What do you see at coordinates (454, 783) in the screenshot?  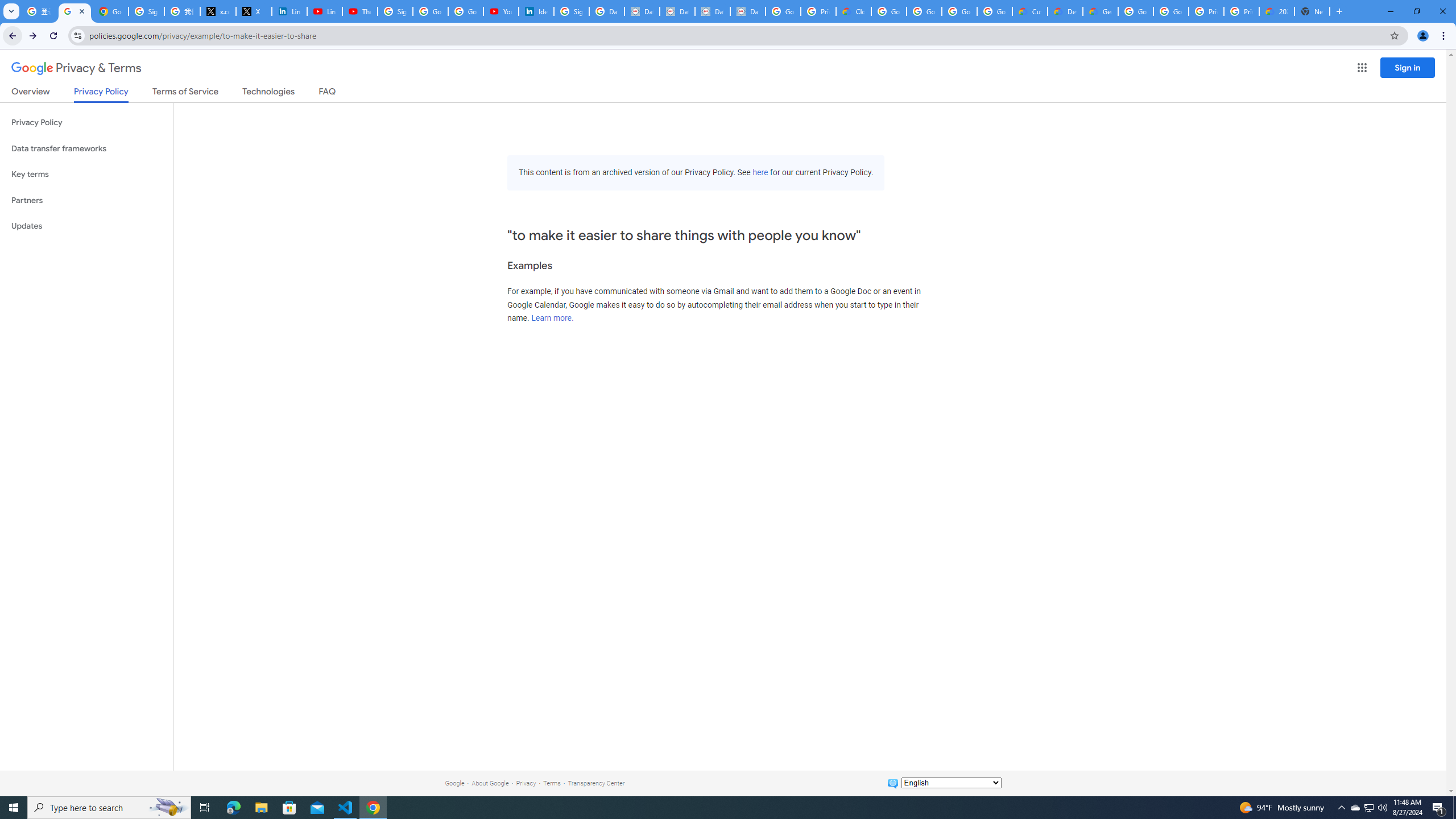 I see `'Google'` at bounding box center [454, 783].